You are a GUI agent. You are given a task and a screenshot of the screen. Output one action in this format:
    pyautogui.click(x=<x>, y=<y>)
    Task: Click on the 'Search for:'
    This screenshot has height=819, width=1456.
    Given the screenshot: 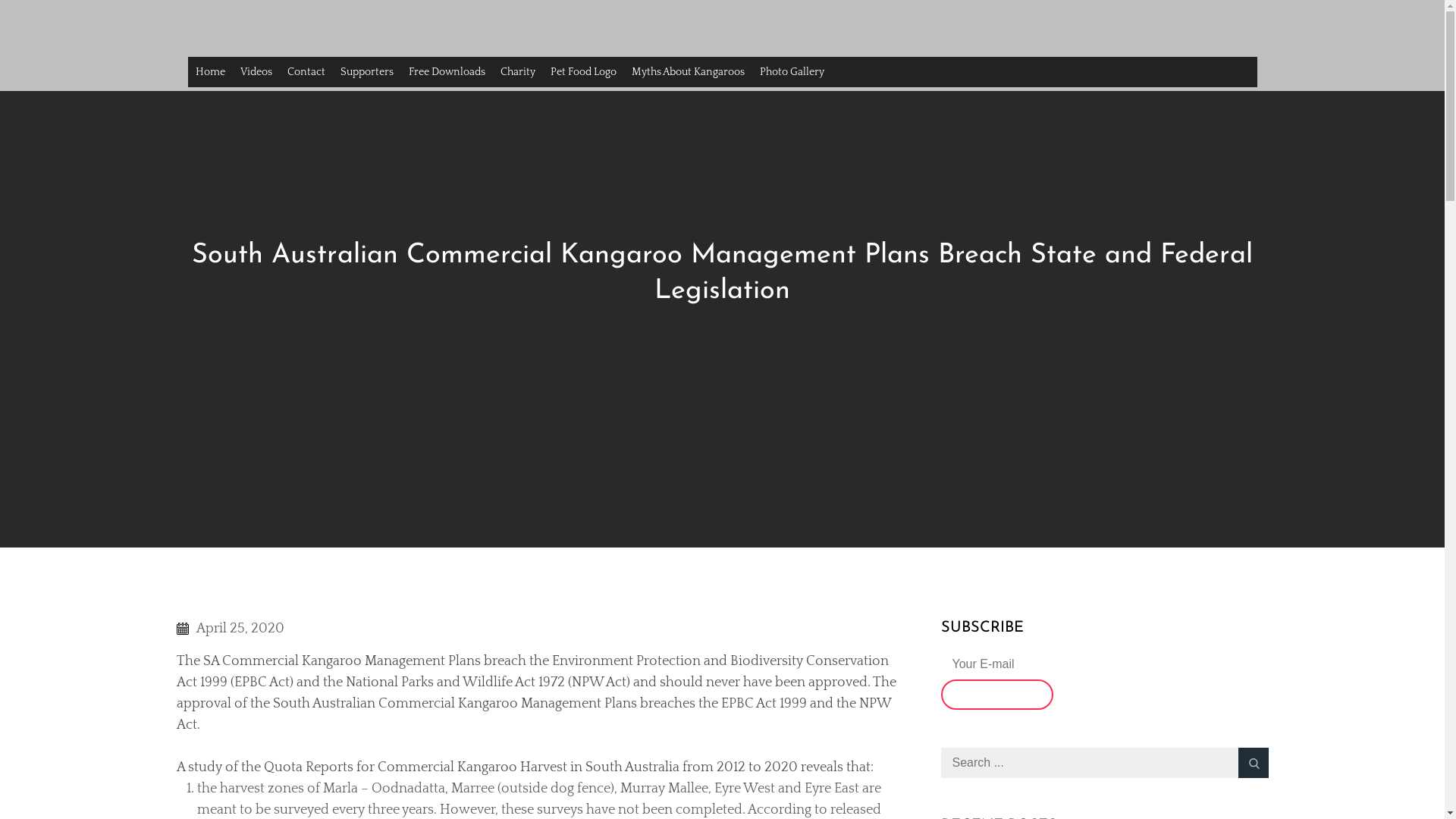 What is the action you would take?
    pyautogui.click(x=939, y=763)
    